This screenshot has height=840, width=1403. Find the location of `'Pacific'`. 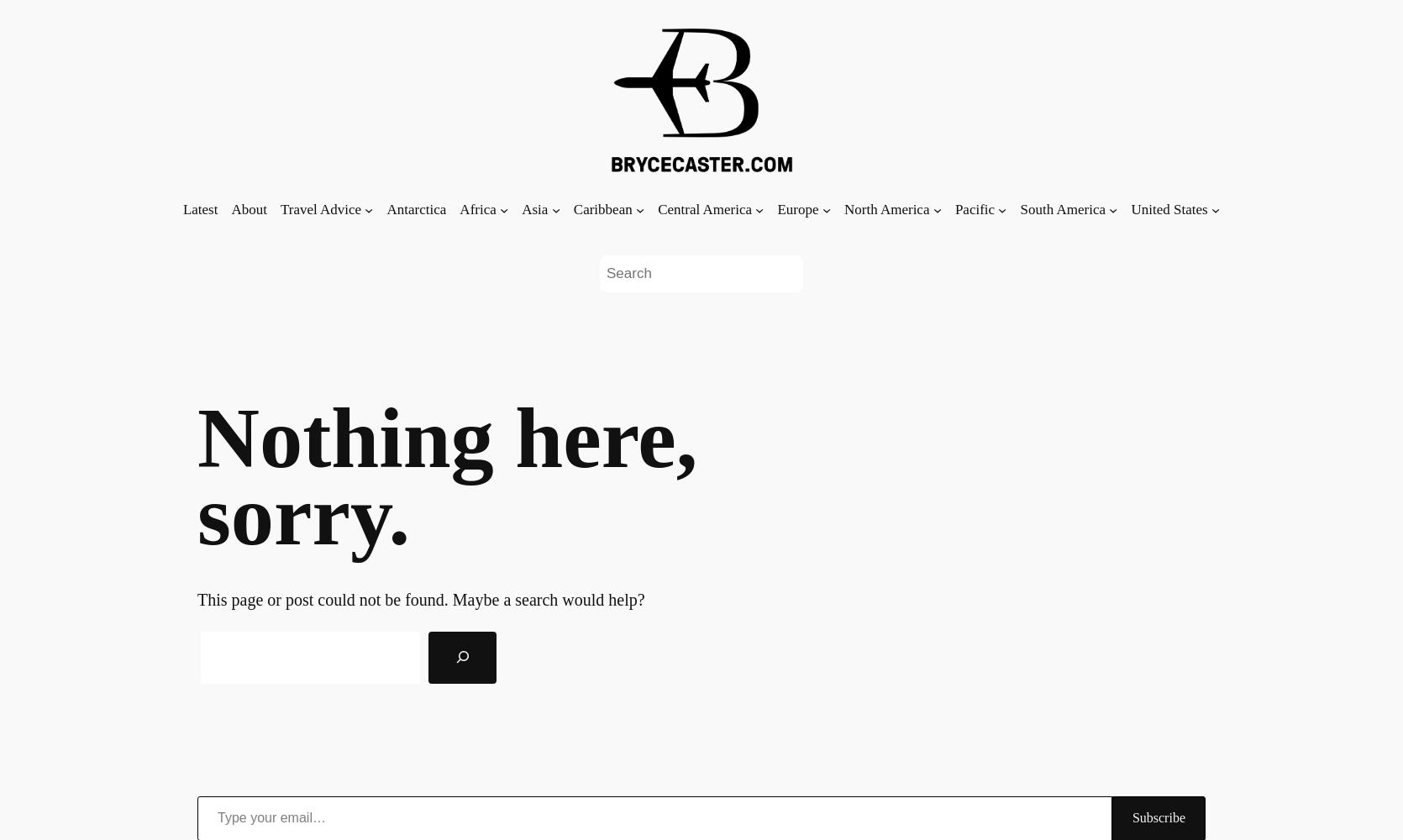

'Pacific' is located at coordinates (973, 208).